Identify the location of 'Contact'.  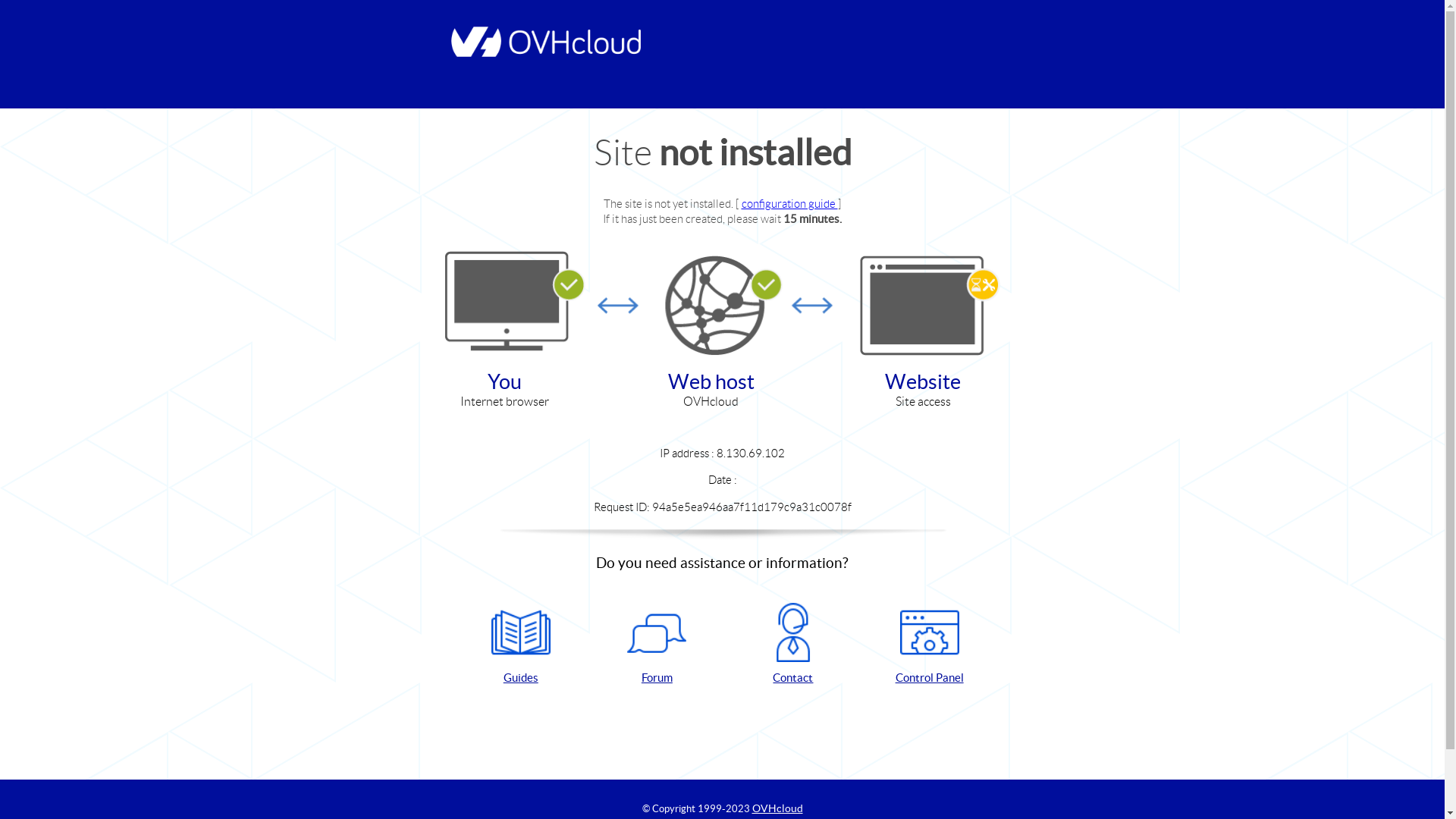
(792, 644).